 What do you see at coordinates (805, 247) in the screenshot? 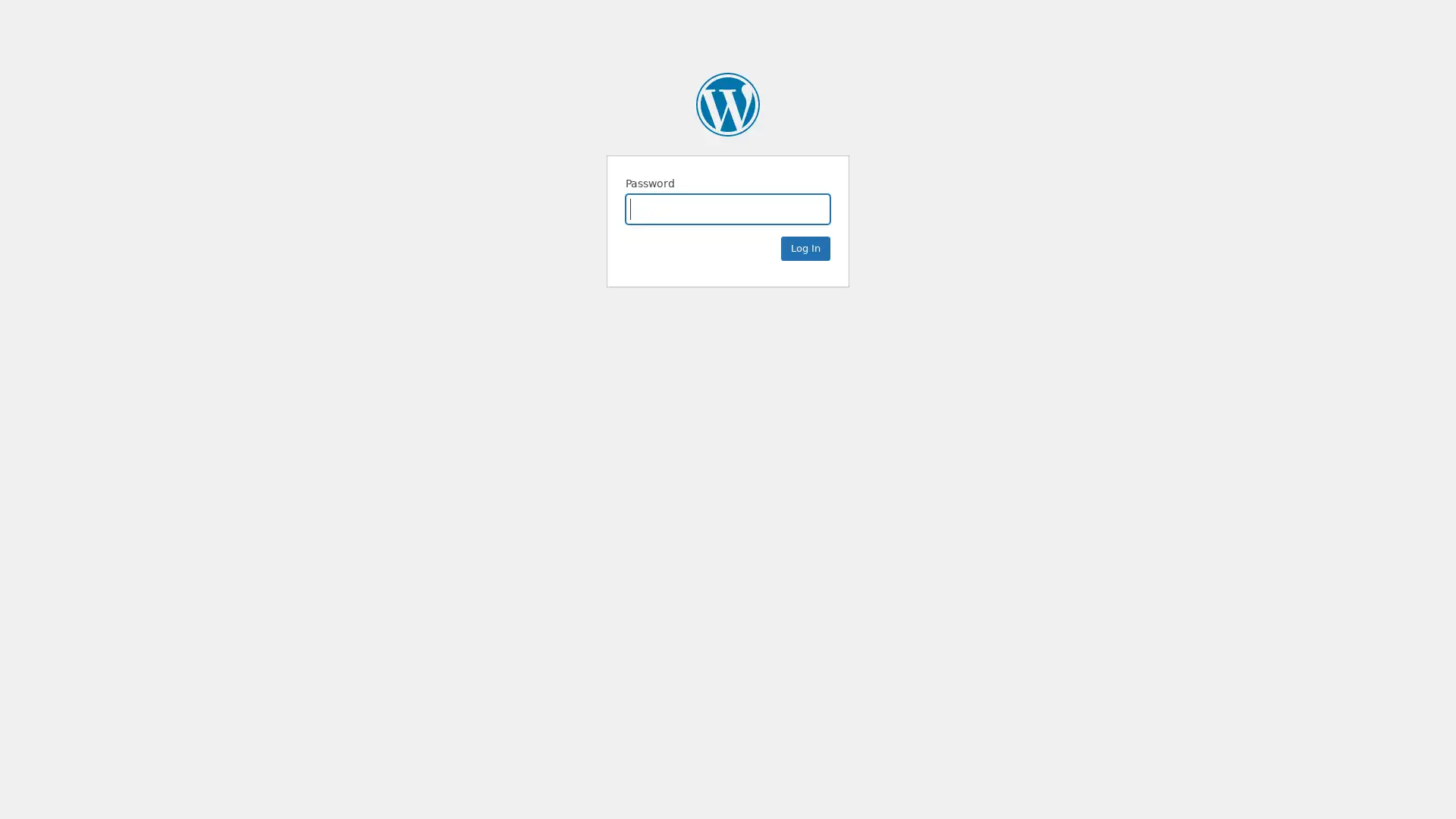
I see `Log In` at bounding box center [805, 247].